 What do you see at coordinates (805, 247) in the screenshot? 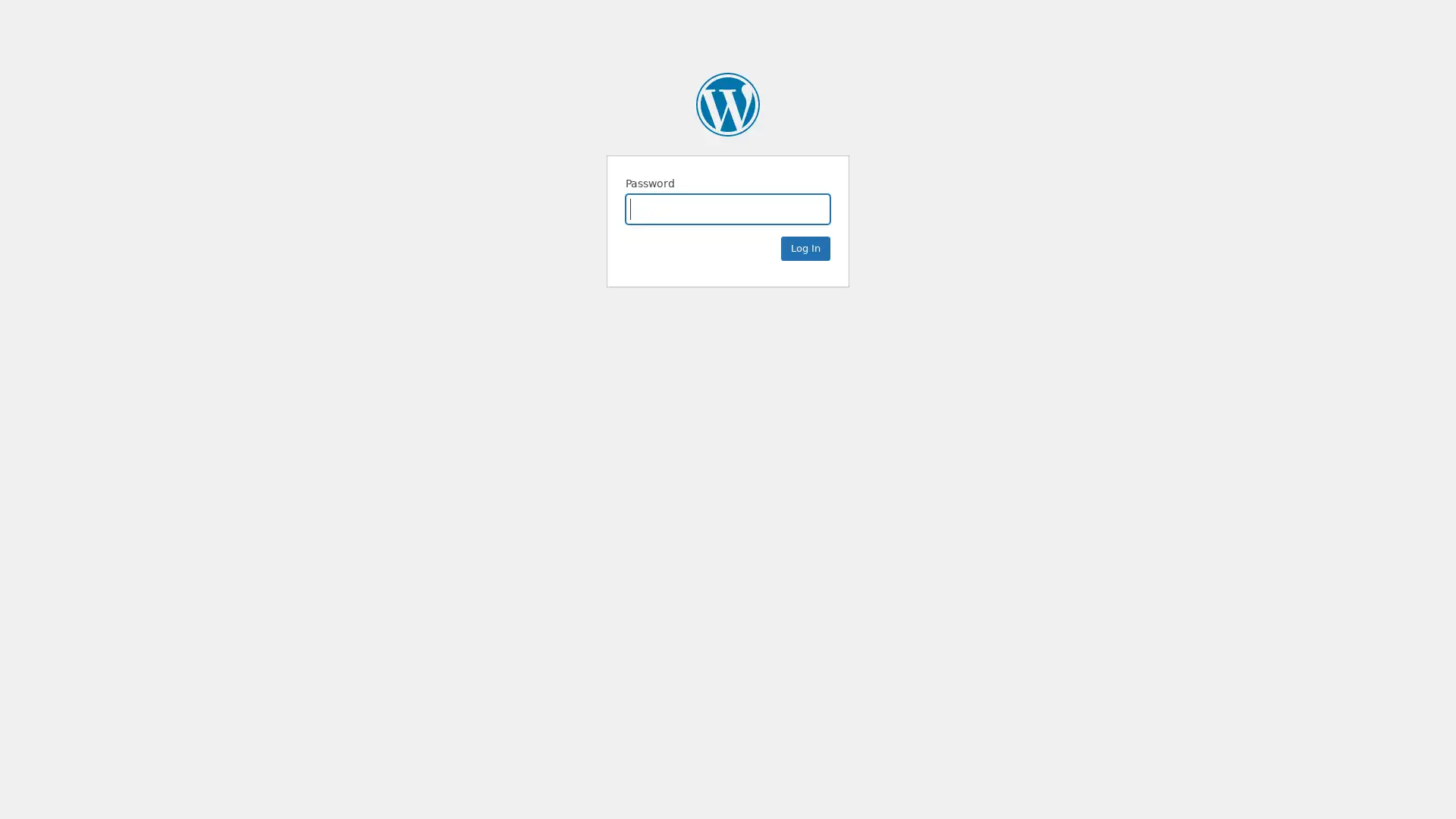
I see `Log In` at bounding box center [805, 247].